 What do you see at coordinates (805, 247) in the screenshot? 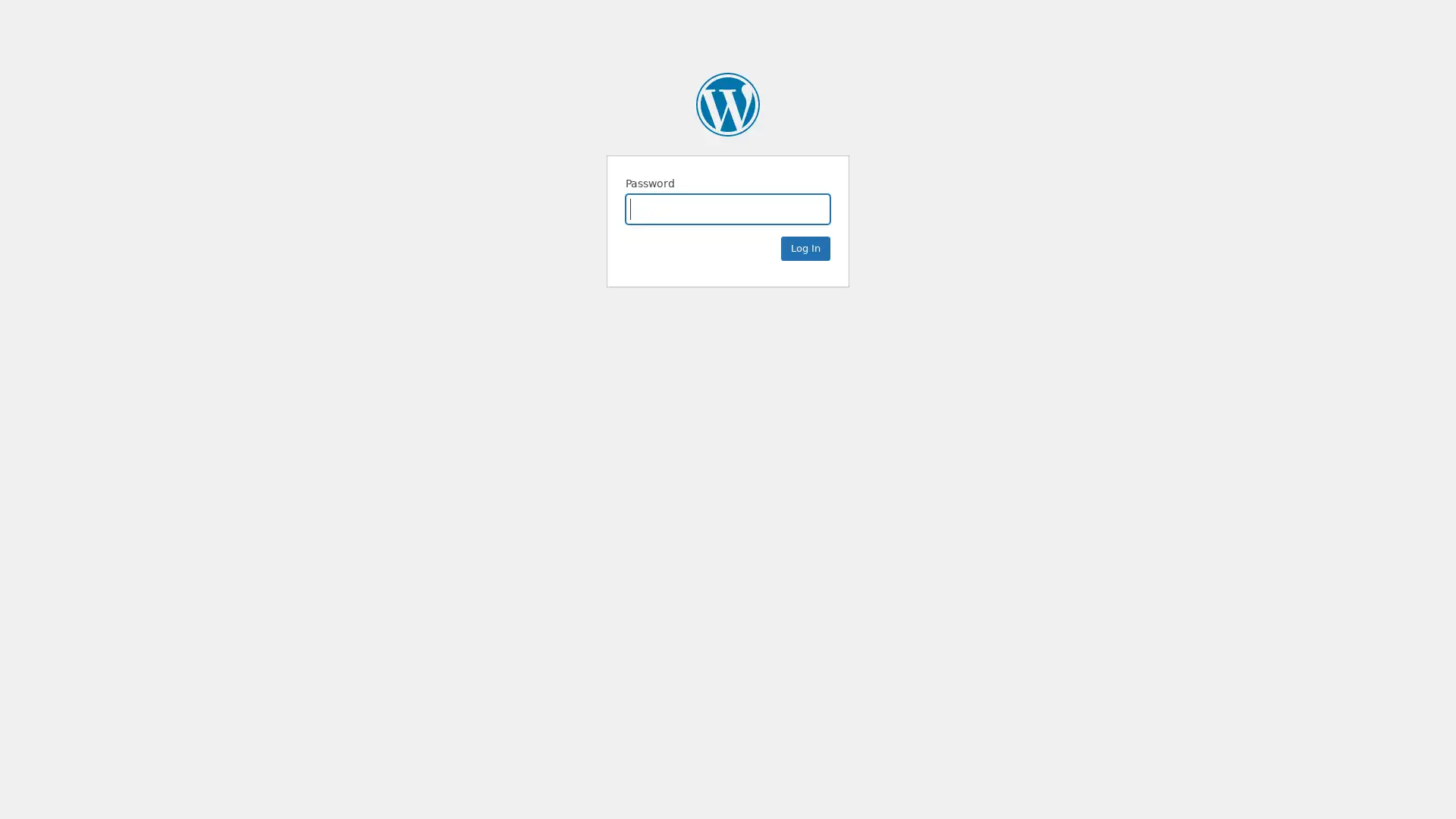
I see `Log In` at bounding box center [805, 247].